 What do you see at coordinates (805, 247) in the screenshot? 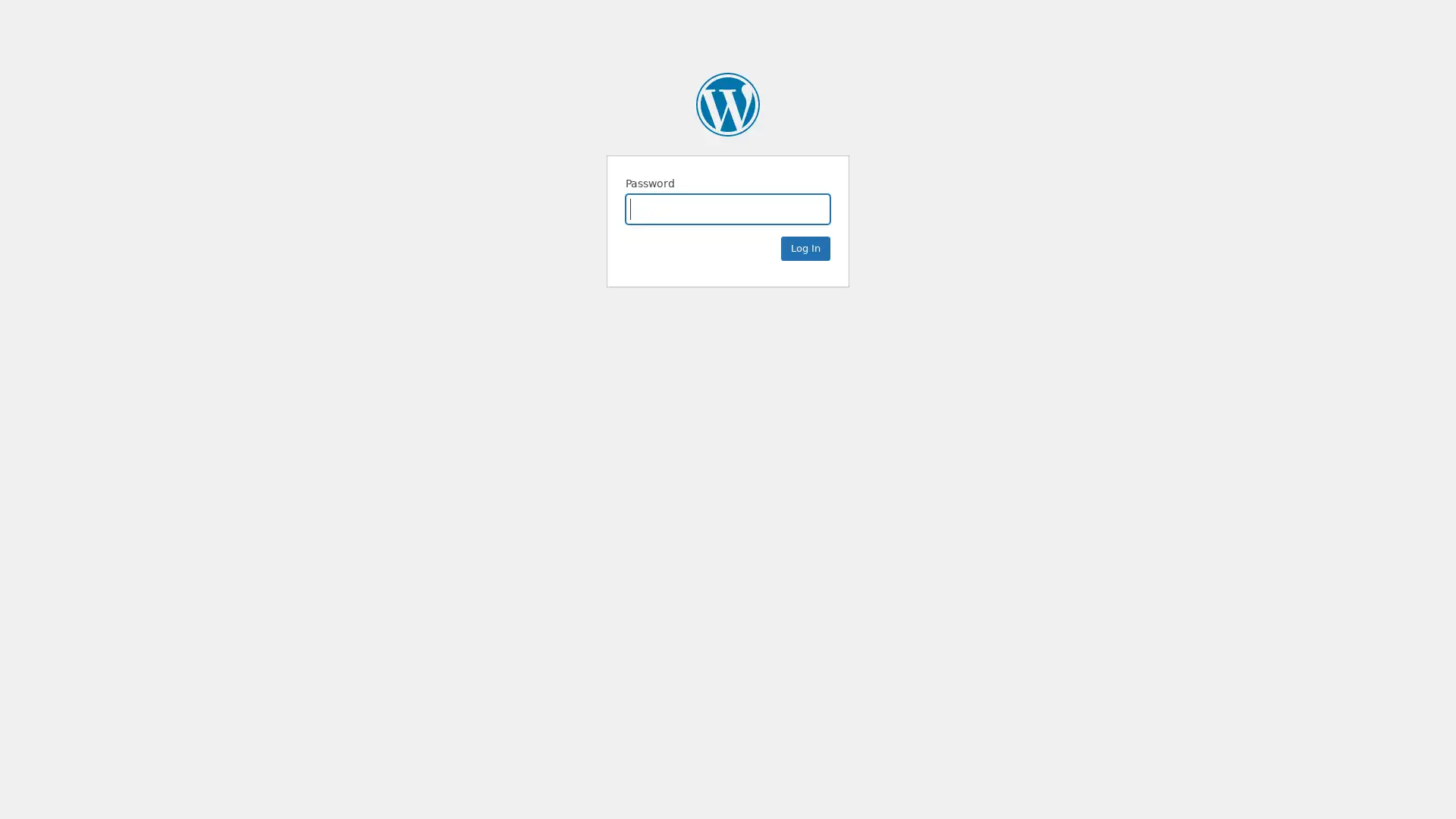
I see `Log In` at bounding box center [805, 247].